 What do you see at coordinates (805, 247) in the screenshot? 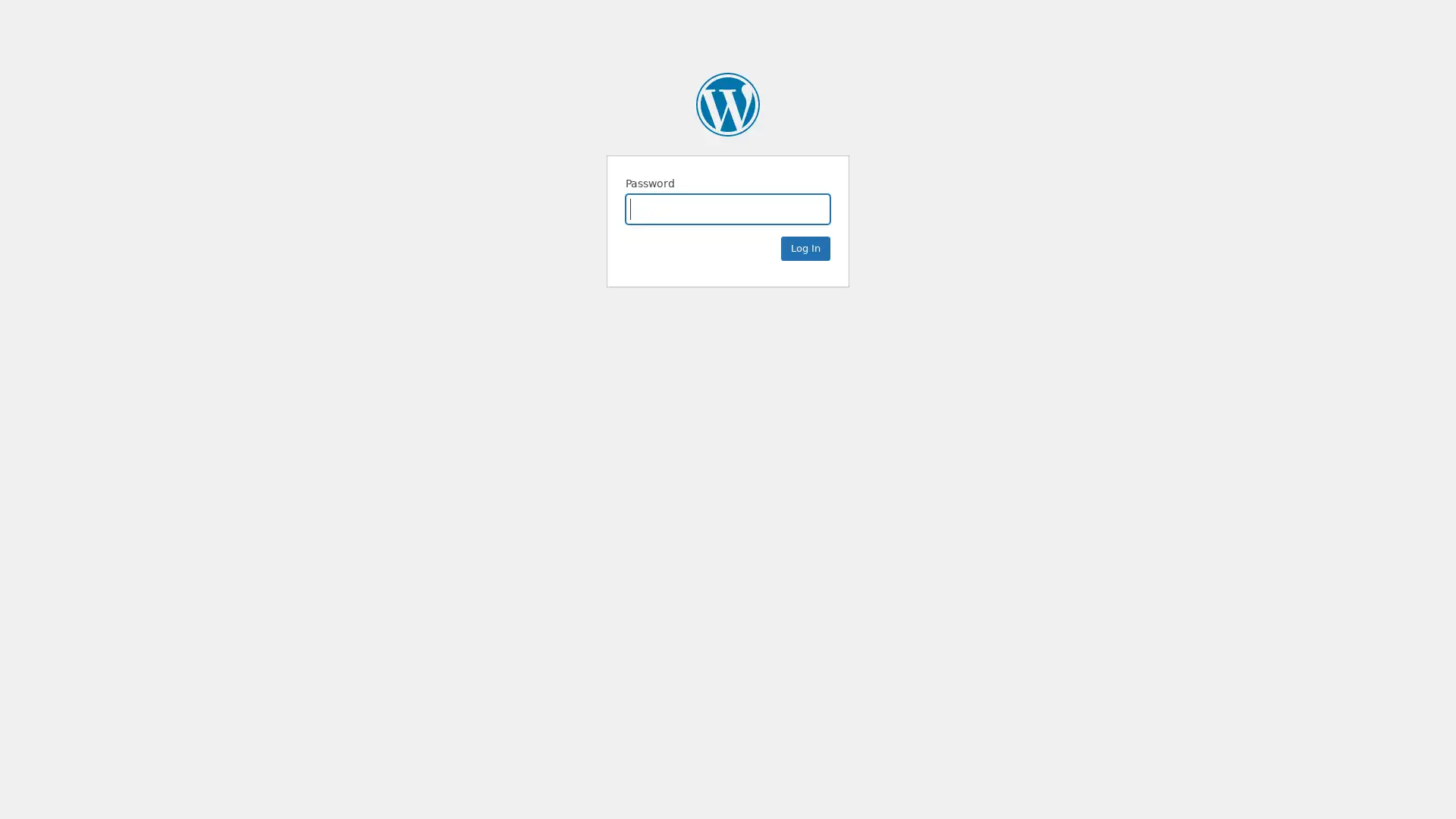
I see `Log In` at bounding box center [805, 247].